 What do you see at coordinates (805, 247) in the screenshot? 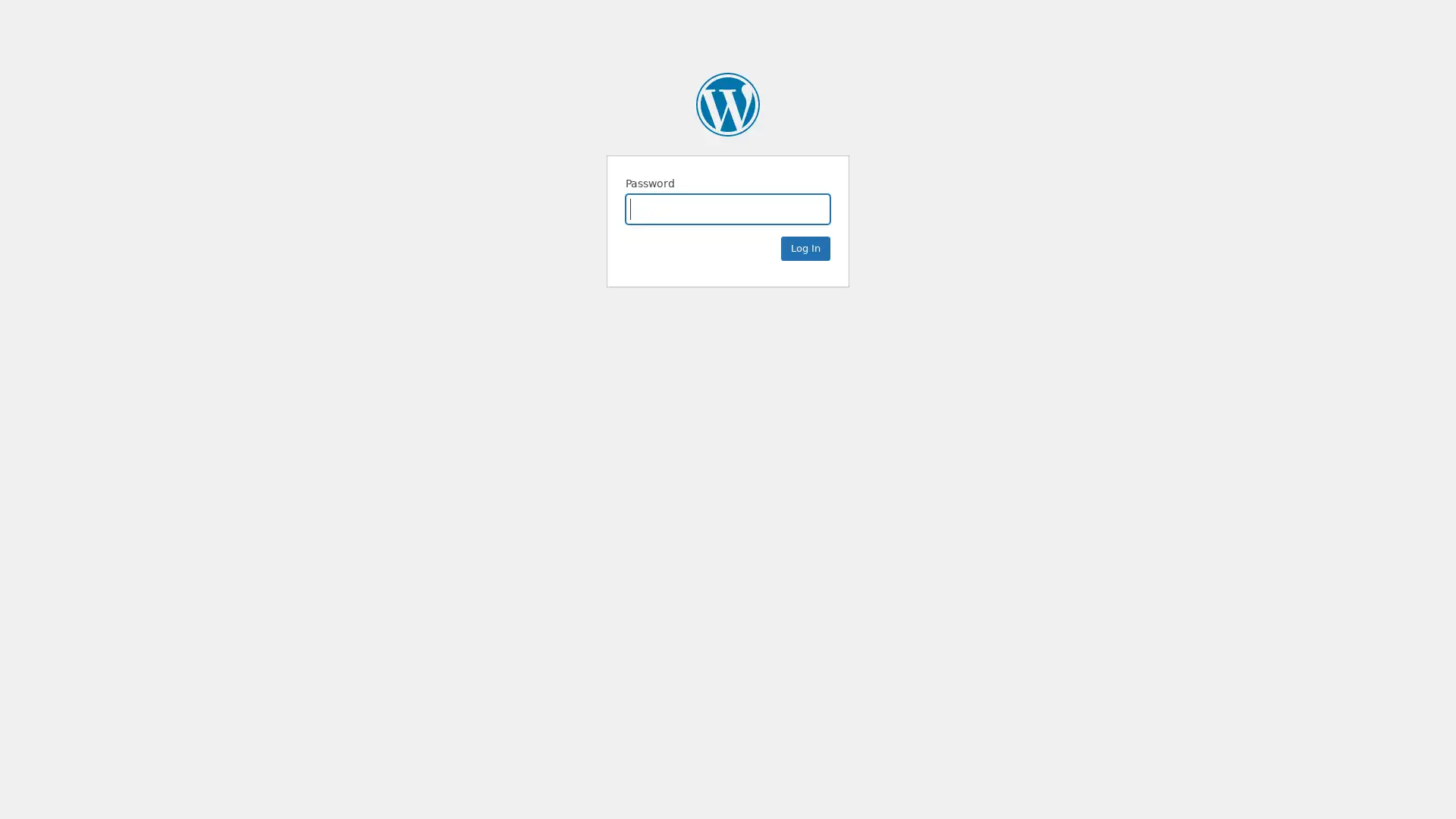
I see `Log In` at bounding box center [805, 247].